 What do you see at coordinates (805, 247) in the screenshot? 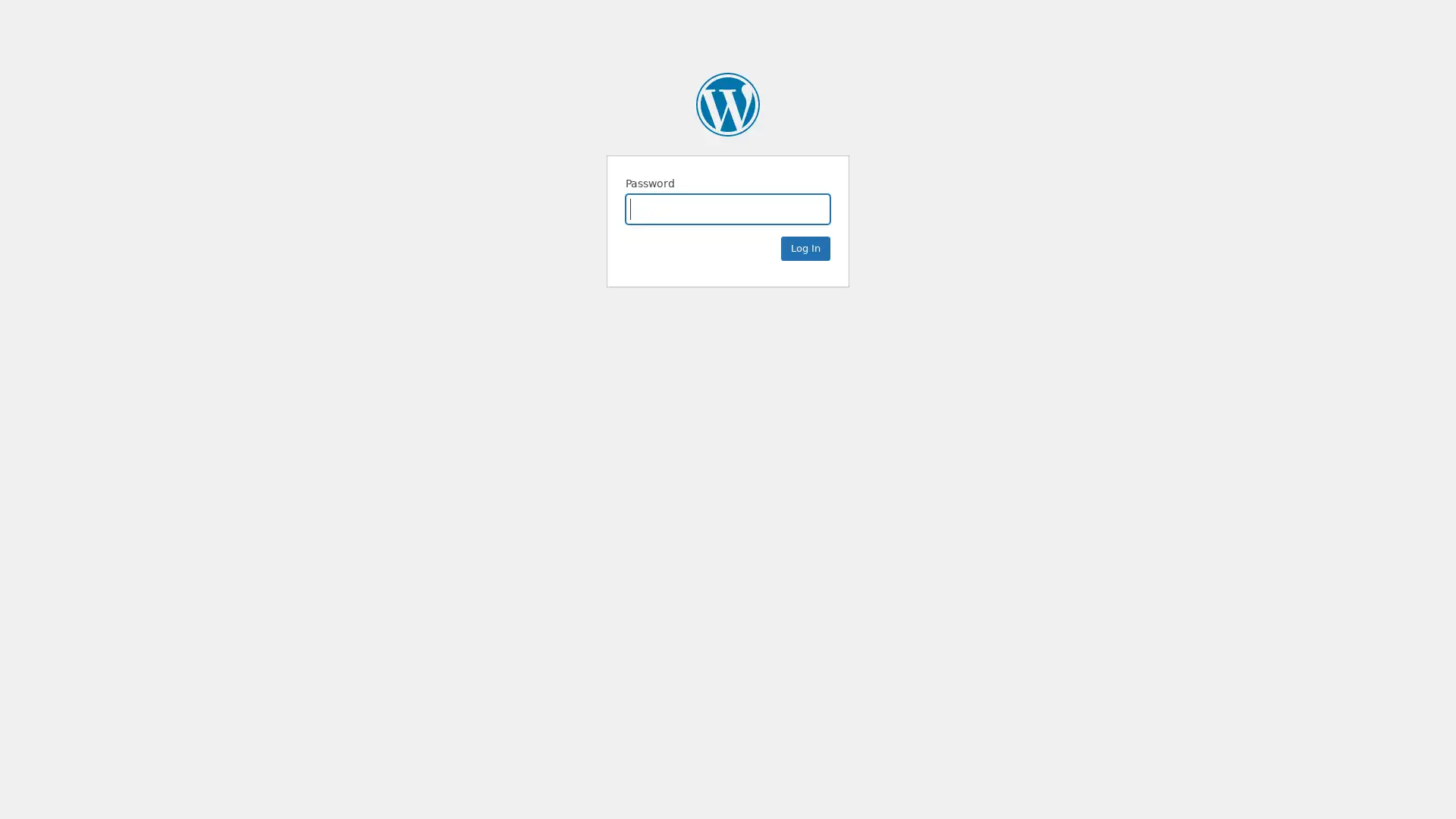
I see `Log In` at bounding box center [805, 247].